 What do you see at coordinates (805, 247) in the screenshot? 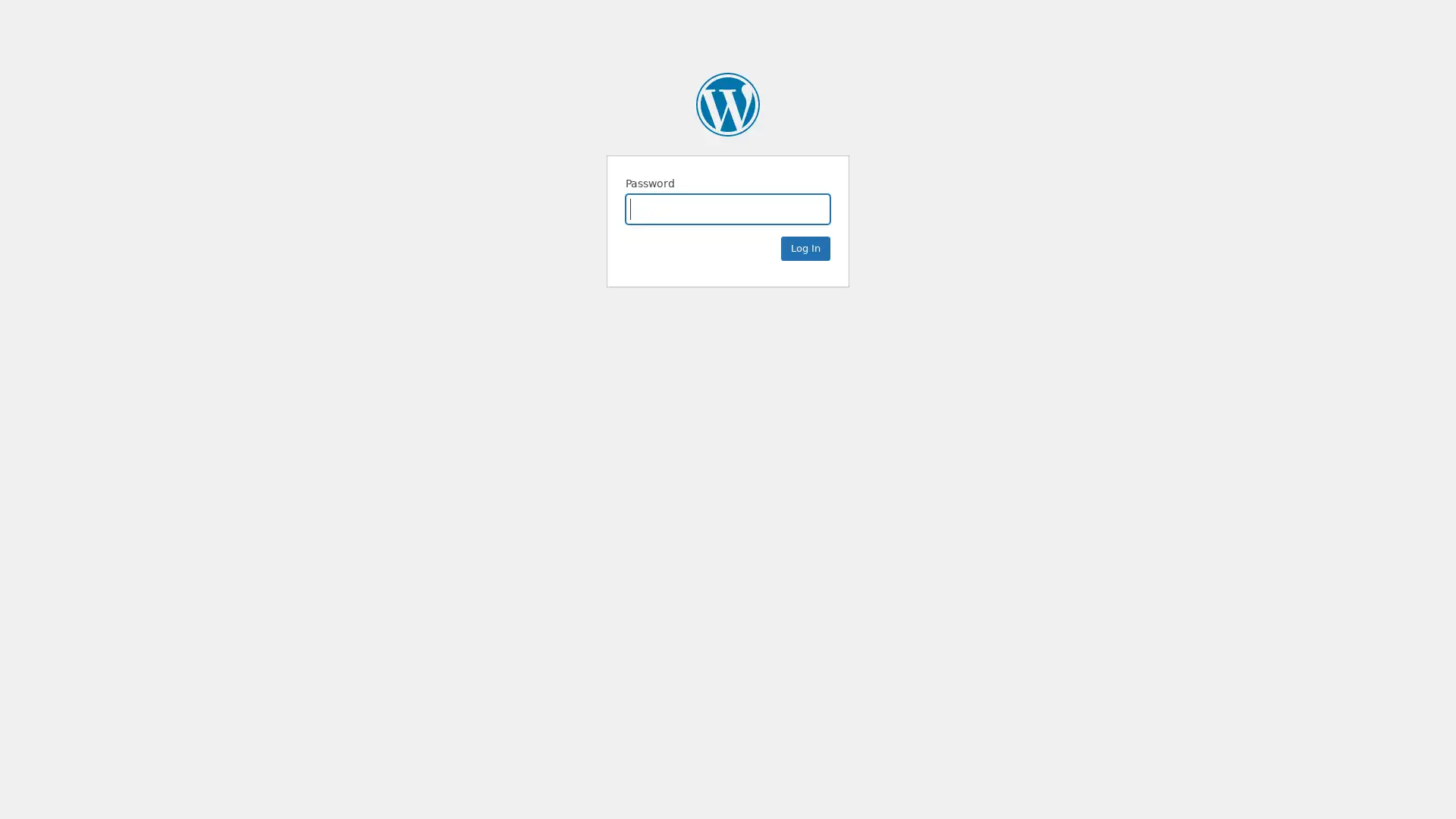
I see `Log In` at bounding box center [805, 247].